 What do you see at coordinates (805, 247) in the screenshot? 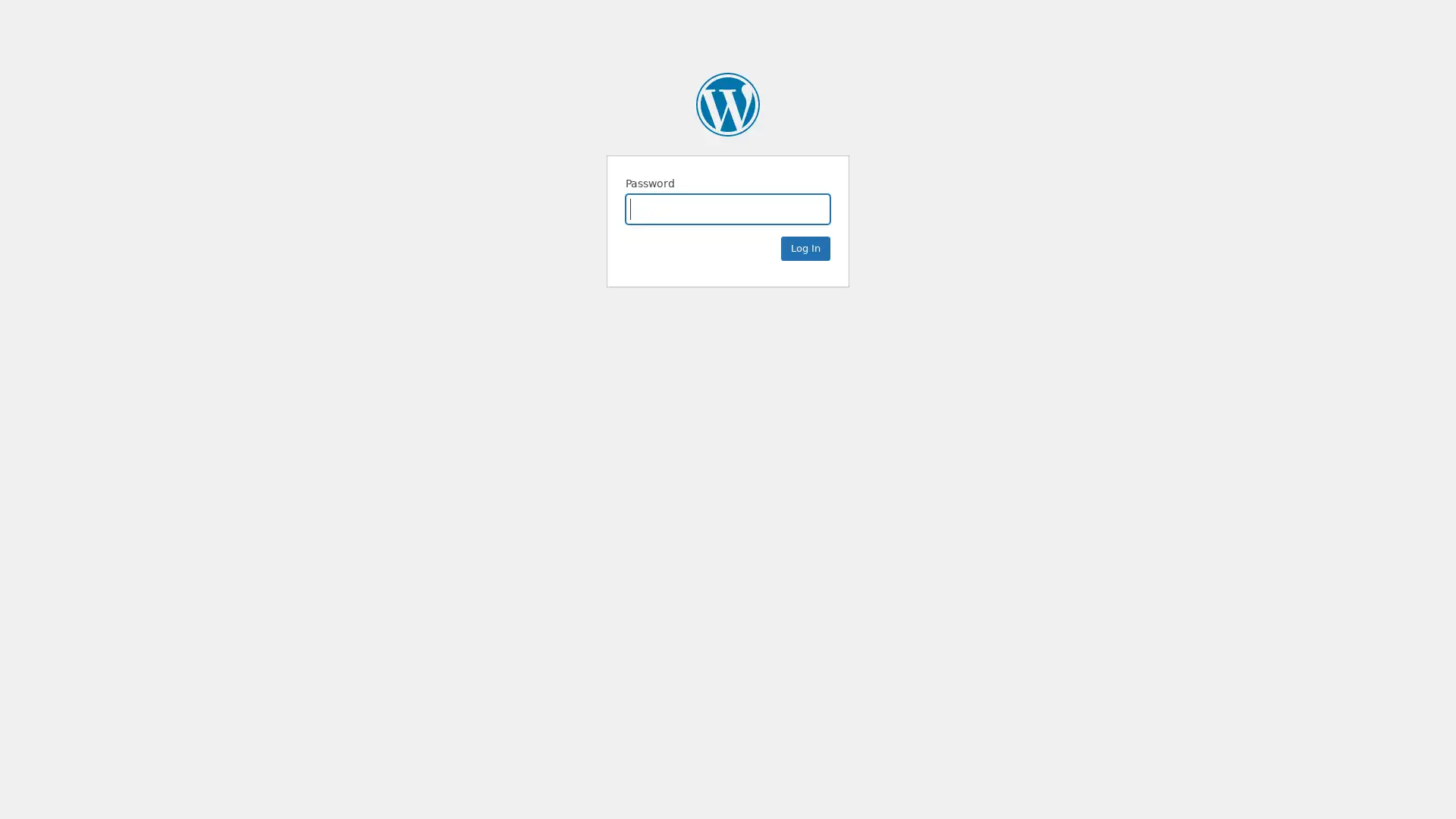
I see `Log In` at bounding box center [805, 247].